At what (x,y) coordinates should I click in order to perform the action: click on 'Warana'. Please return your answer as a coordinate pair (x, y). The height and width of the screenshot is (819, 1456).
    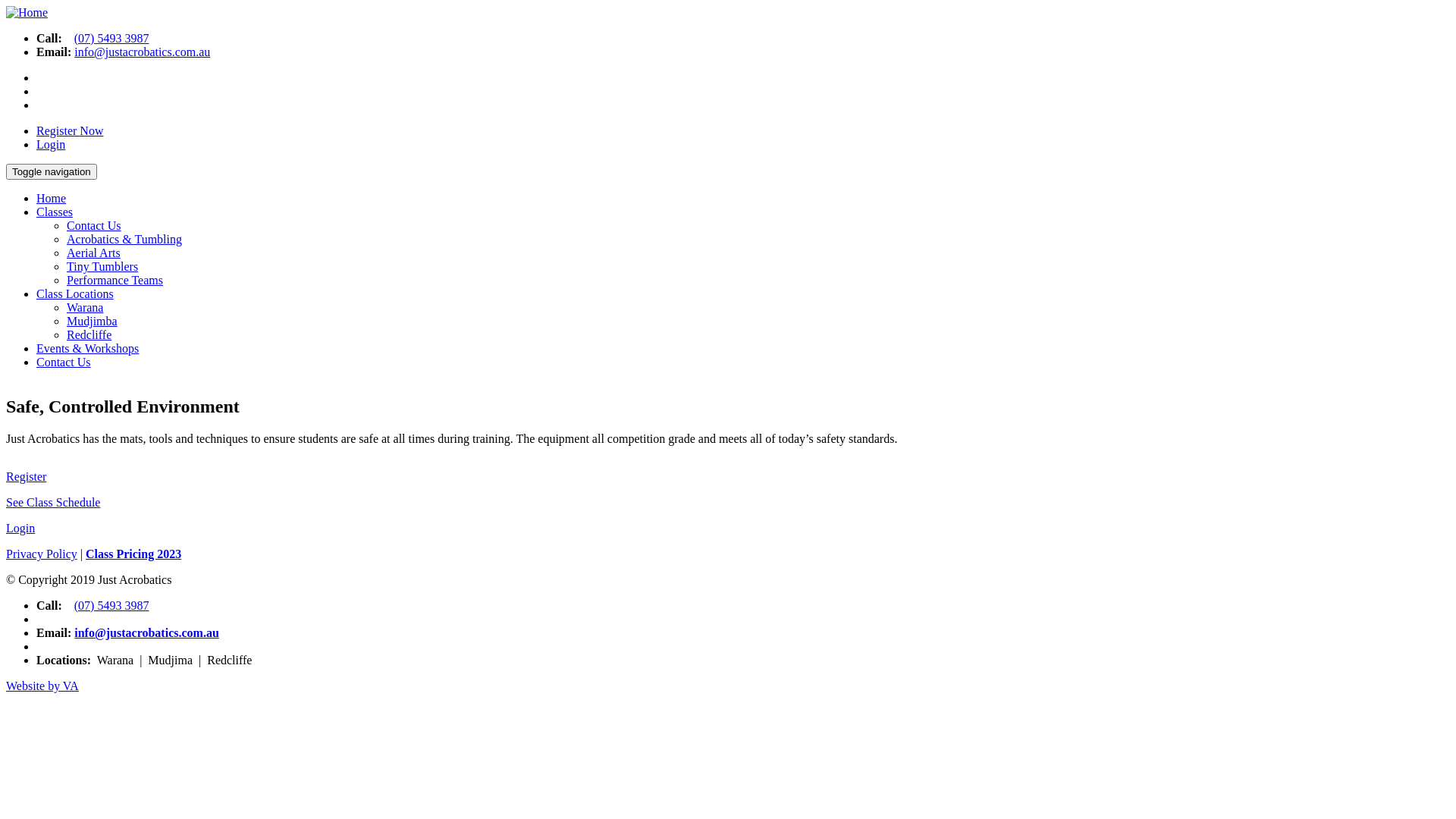
    Looking at the image, I should click on (83, 307).